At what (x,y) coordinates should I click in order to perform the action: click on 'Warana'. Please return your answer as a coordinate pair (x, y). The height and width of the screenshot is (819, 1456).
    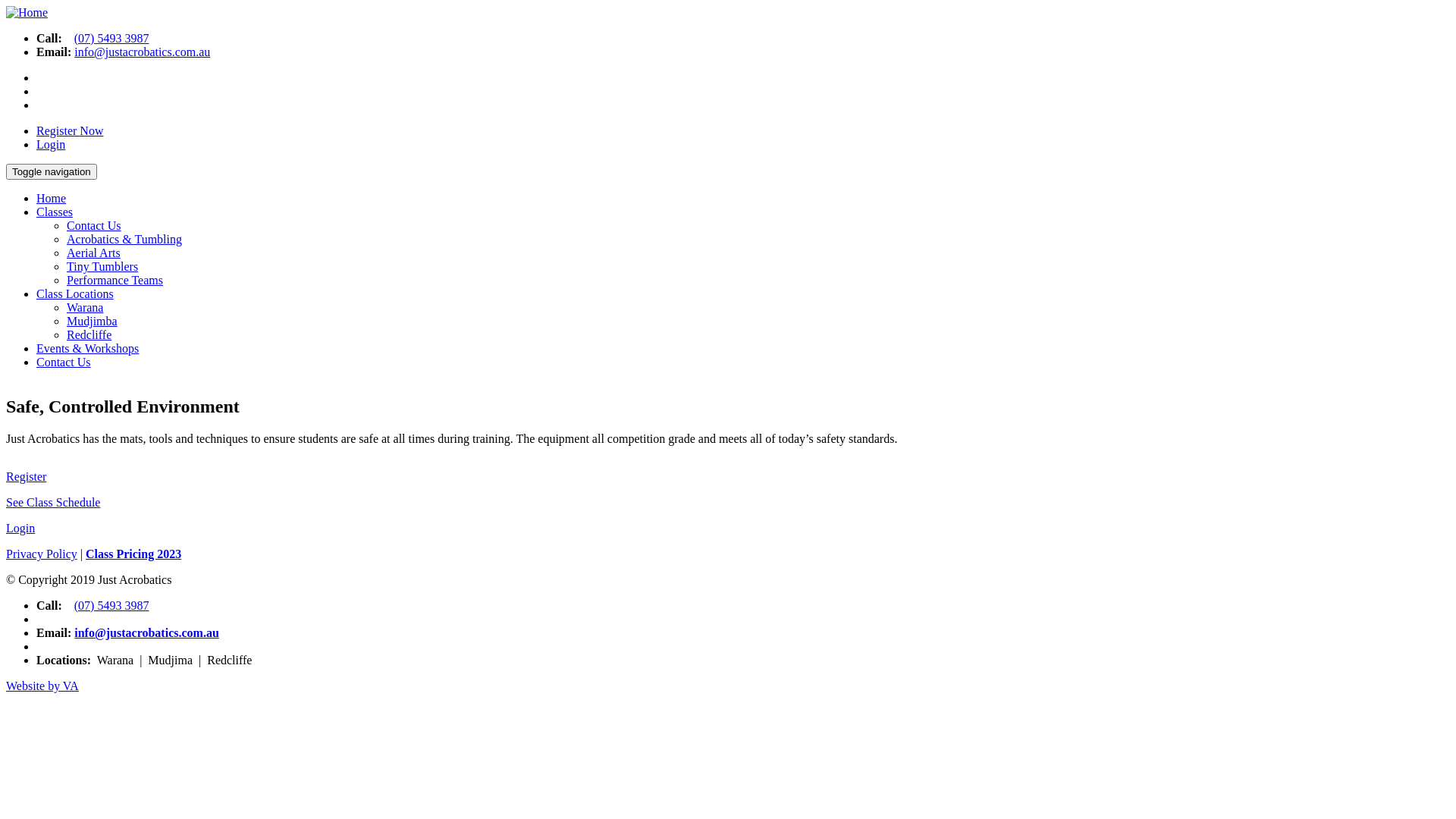
    Looking at the image, I should click on (83, 307).